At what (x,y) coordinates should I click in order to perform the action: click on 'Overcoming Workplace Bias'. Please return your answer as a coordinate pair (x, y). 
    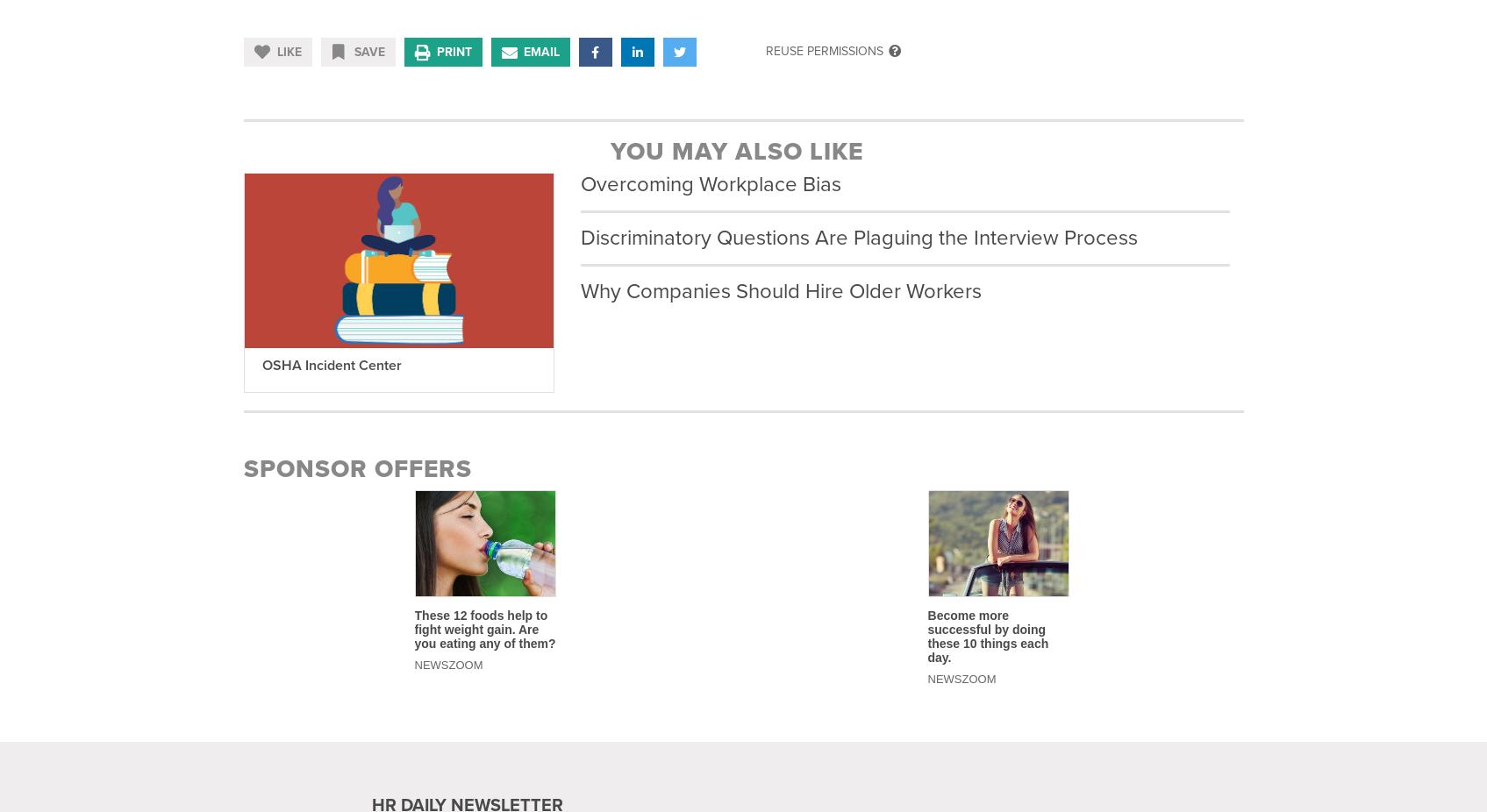
    Looking at the image, I should click on (711, 183).